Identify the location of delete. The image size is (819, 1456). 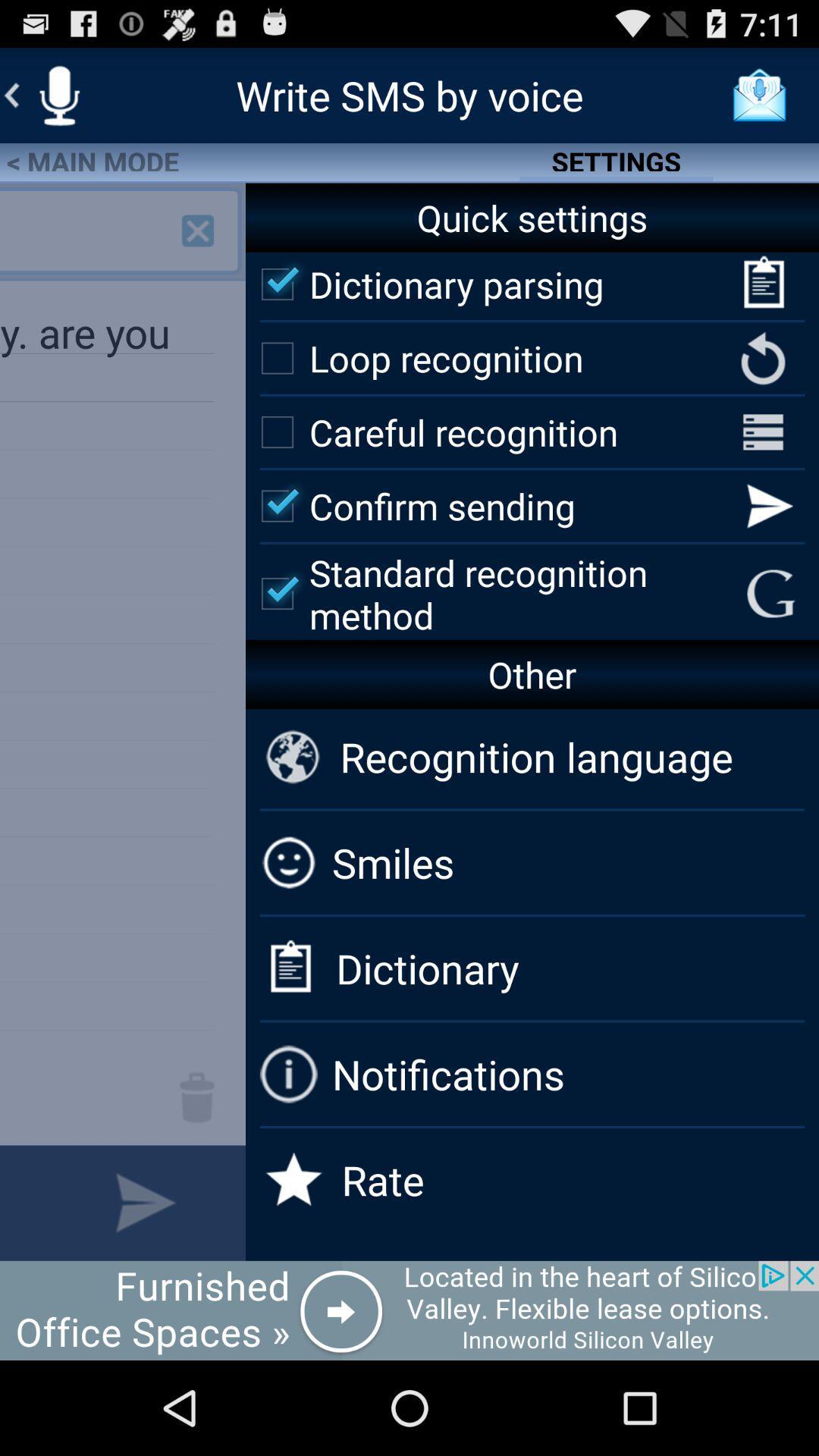
(196, 1097).